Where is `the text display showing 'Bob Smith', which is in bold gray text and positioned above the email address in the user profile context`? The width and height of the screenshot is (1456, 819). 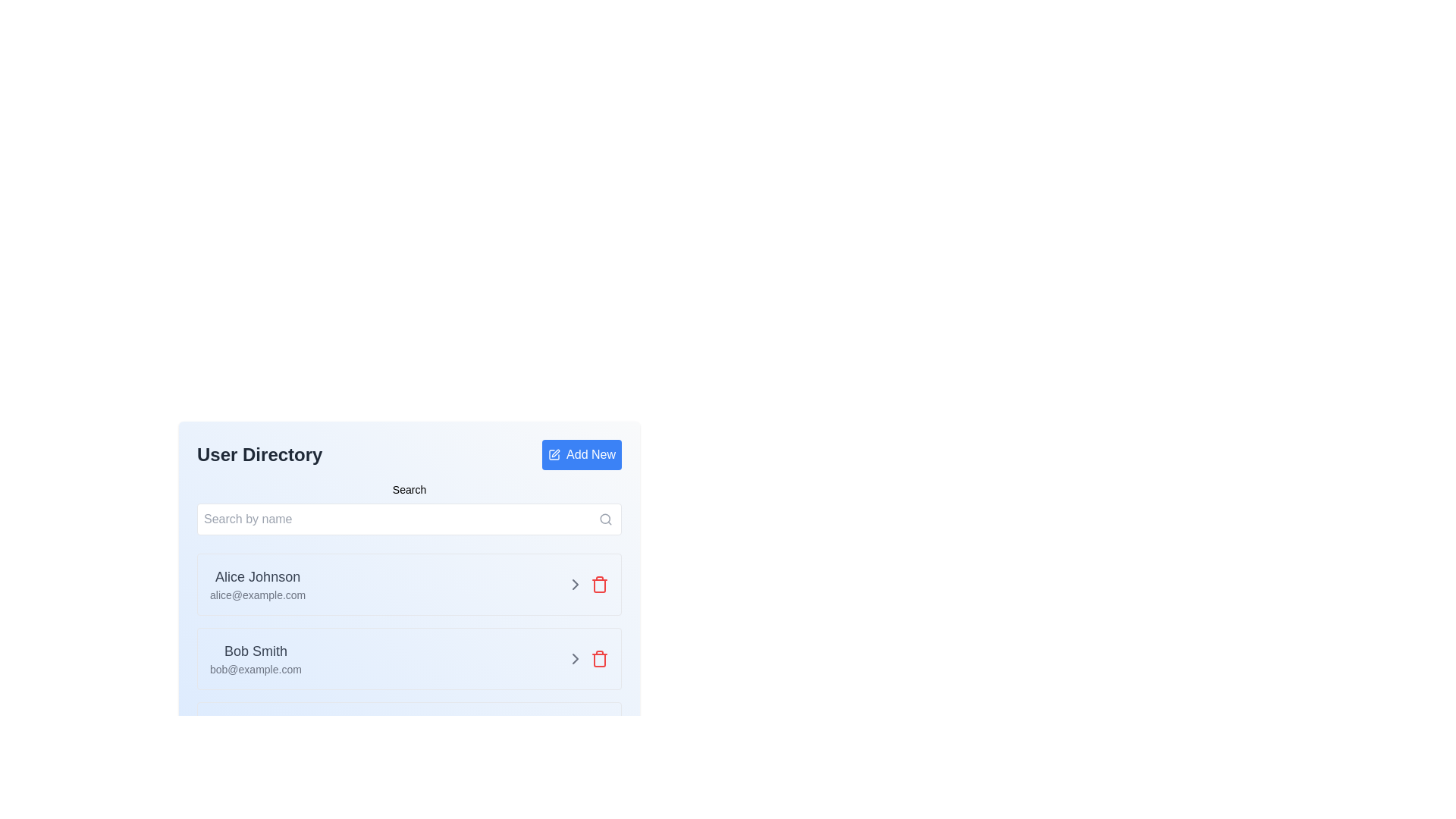 the text display showing 'Bob Smith', which is in bold gray text and positioned above the email address in the user profile context is located at coordinates (256, 651).